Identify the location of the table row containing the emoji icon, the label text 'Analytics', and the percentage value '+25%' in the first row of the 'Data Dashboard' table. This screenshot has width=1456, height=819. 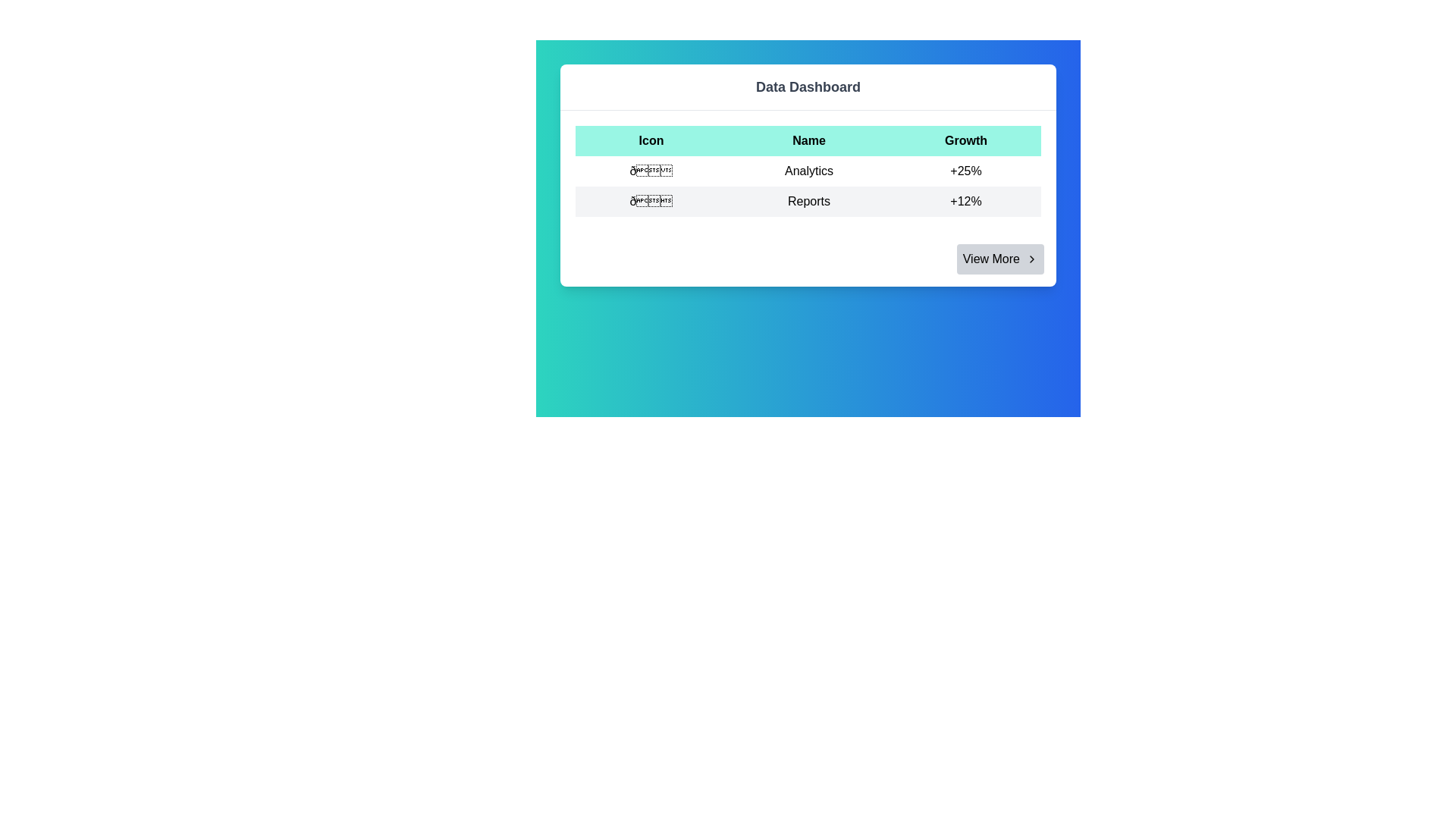
(807, 171).